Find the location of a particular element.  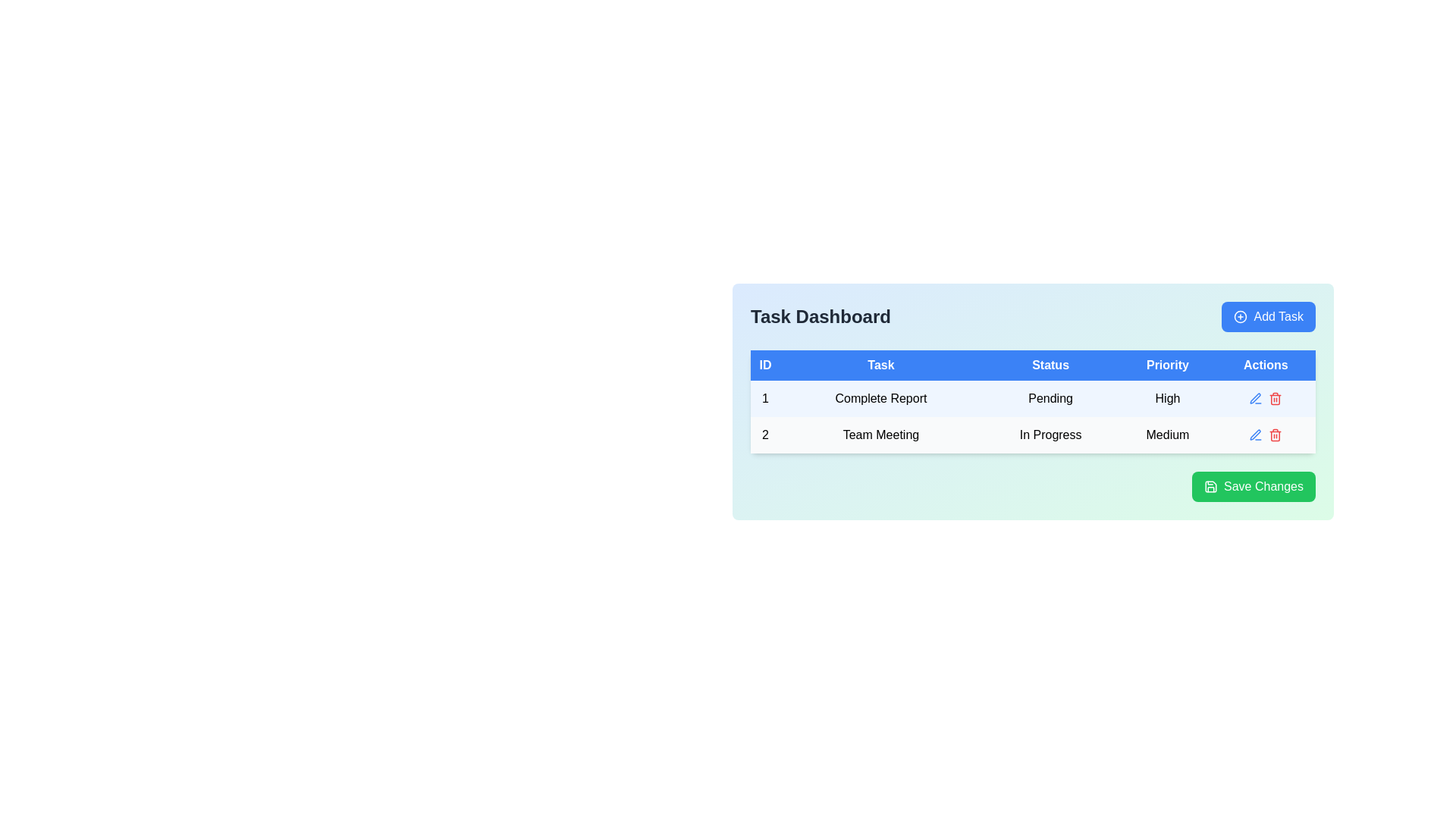

the 'Add Task' button located at the top-right corner of the task dashboard interface by clicking on the SVG Circle graphic element is located at coordinates (1241, 315).